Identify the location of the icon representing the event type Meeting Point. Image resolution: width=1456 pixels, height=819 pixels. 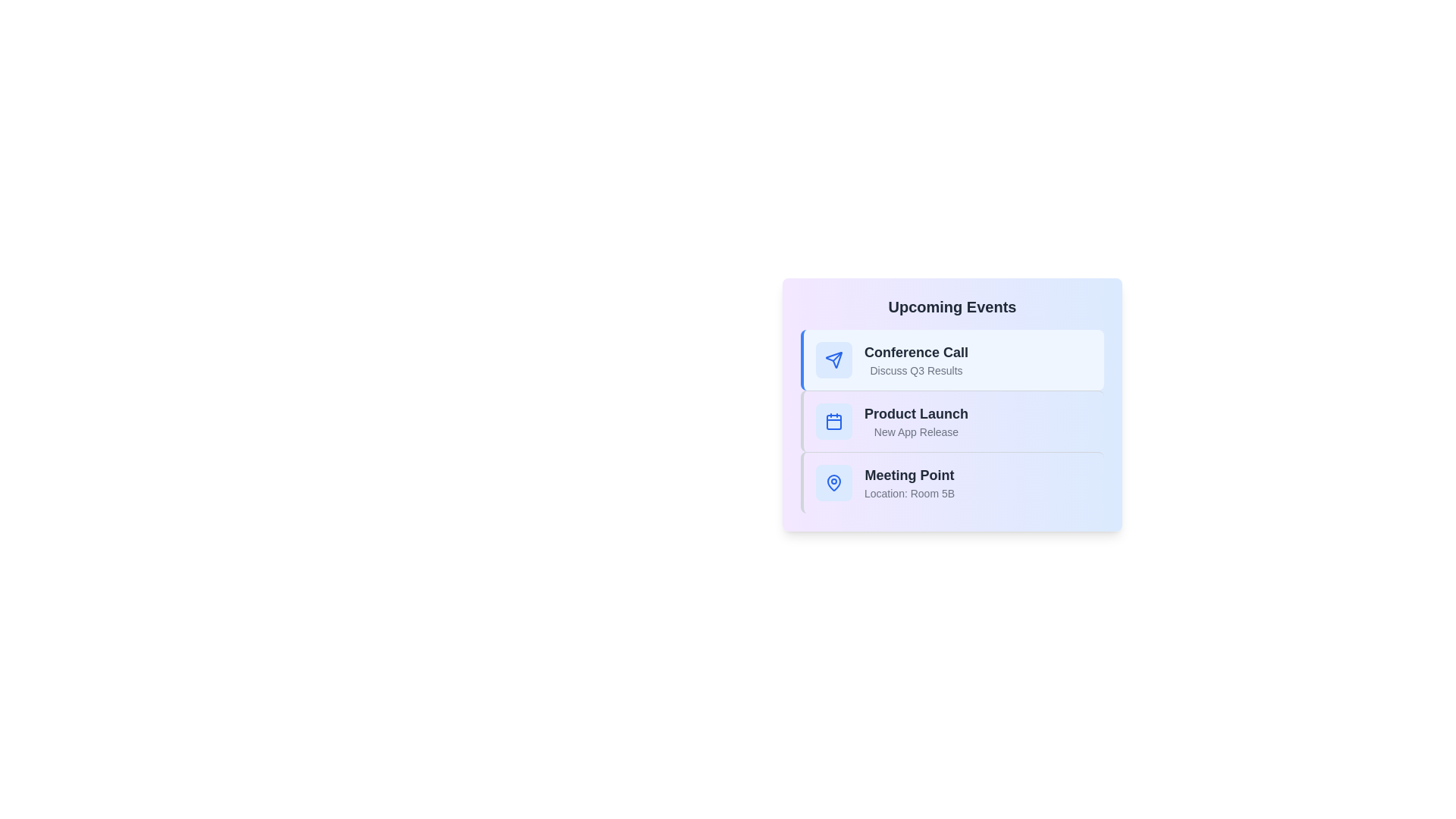
(833, 482).